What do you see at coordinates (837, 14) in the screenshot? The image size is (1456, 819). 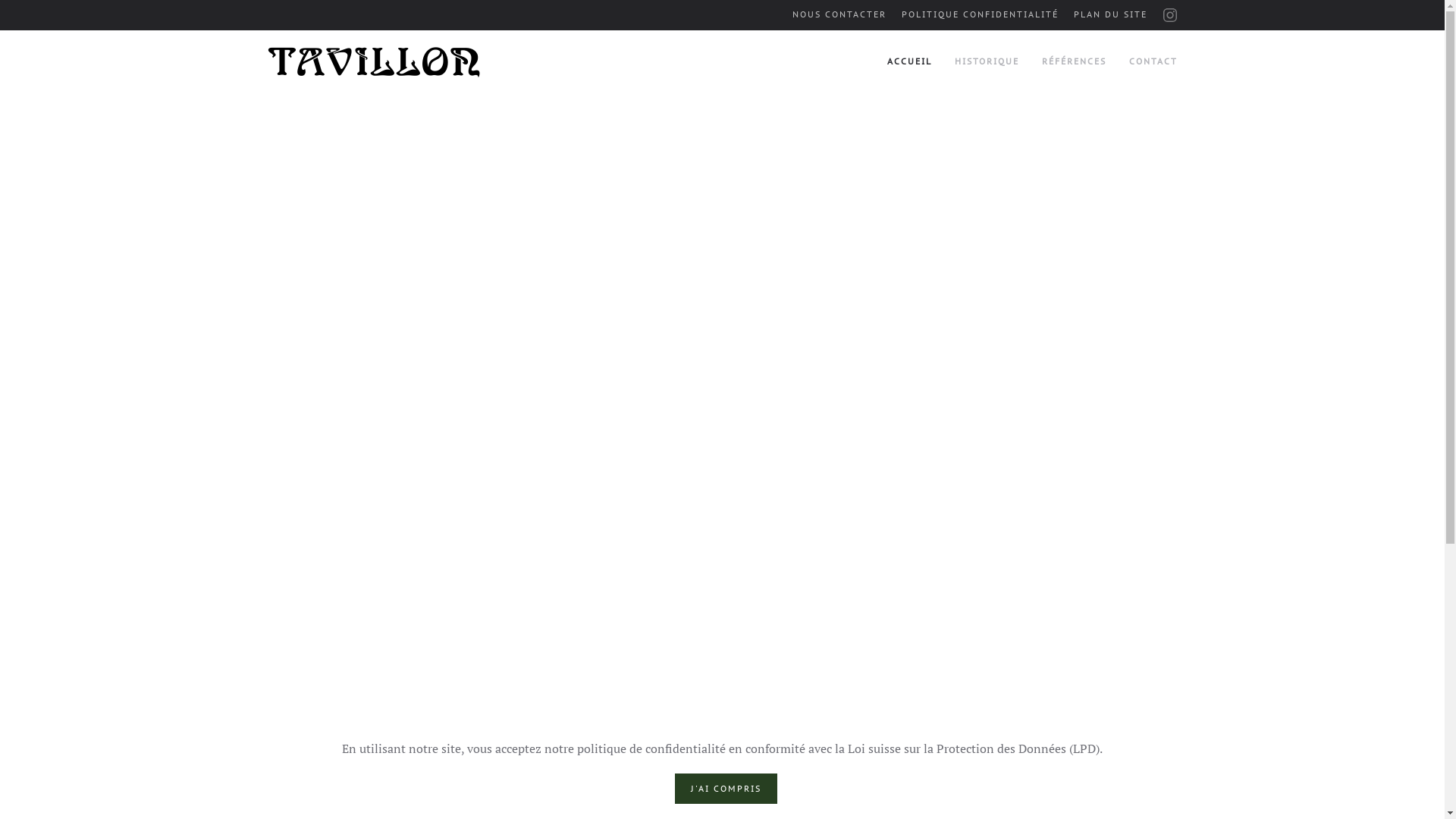 I see `'NOUS CONTACTER'` at bounding box center [837, 14].